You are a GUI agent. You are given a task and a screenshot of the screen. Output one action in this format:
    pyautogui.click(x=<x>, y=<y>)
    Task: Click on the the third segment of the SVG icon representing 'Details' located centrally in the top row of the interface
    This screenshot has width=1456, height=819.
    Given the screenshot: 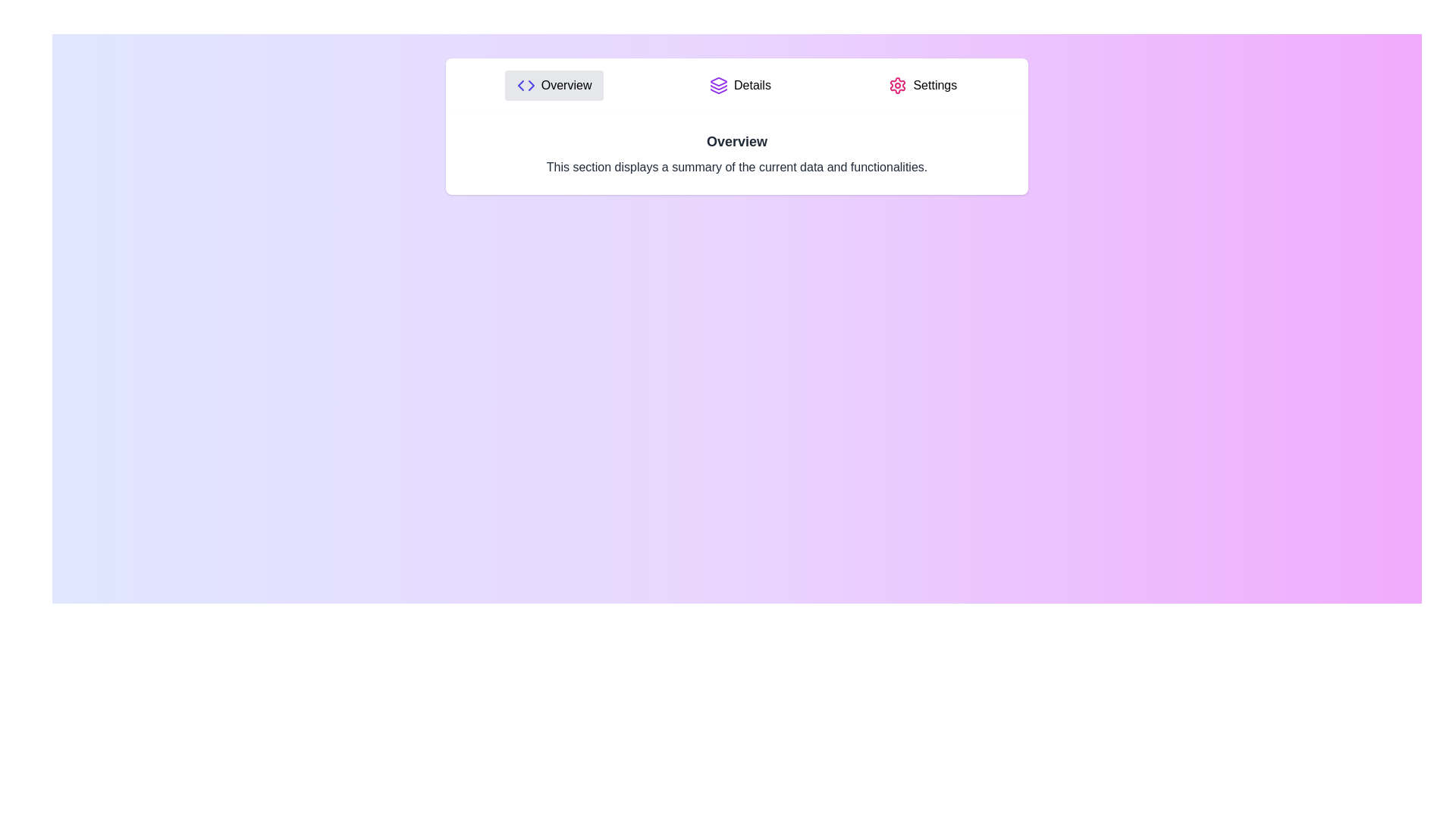 What is the action you would take?
    pyautogui.click(x=717, y=91)
    